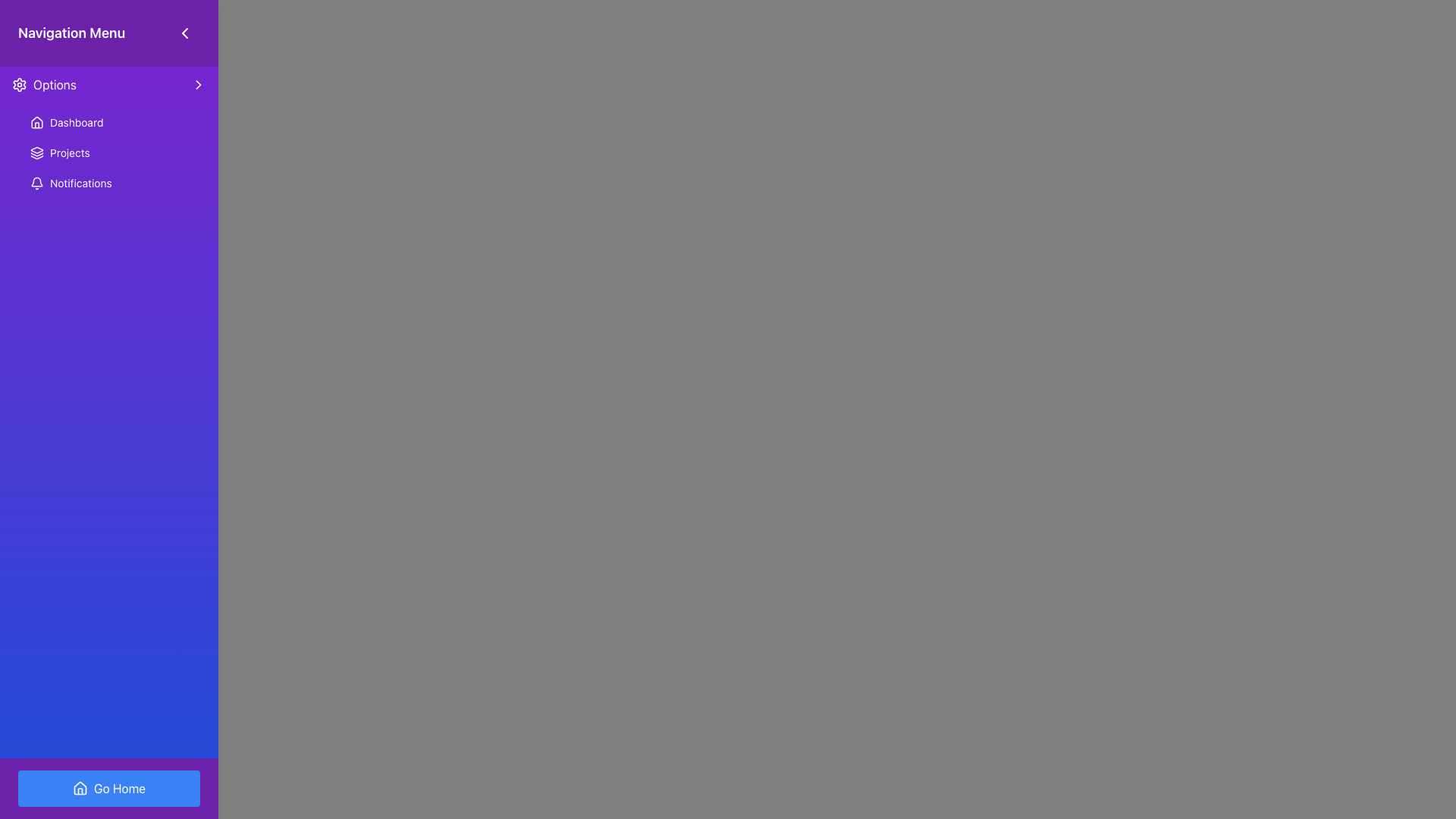 This screenshot has height=819, width=1456. What do you see at coordinates (108, 152) in the screenshot?
I see `the button that serves as a navigation menu option for accessing the projects section, located in the sidebar between the 'Dashboard' and 'Notifications' menu items` at bounding box center [108, 152].